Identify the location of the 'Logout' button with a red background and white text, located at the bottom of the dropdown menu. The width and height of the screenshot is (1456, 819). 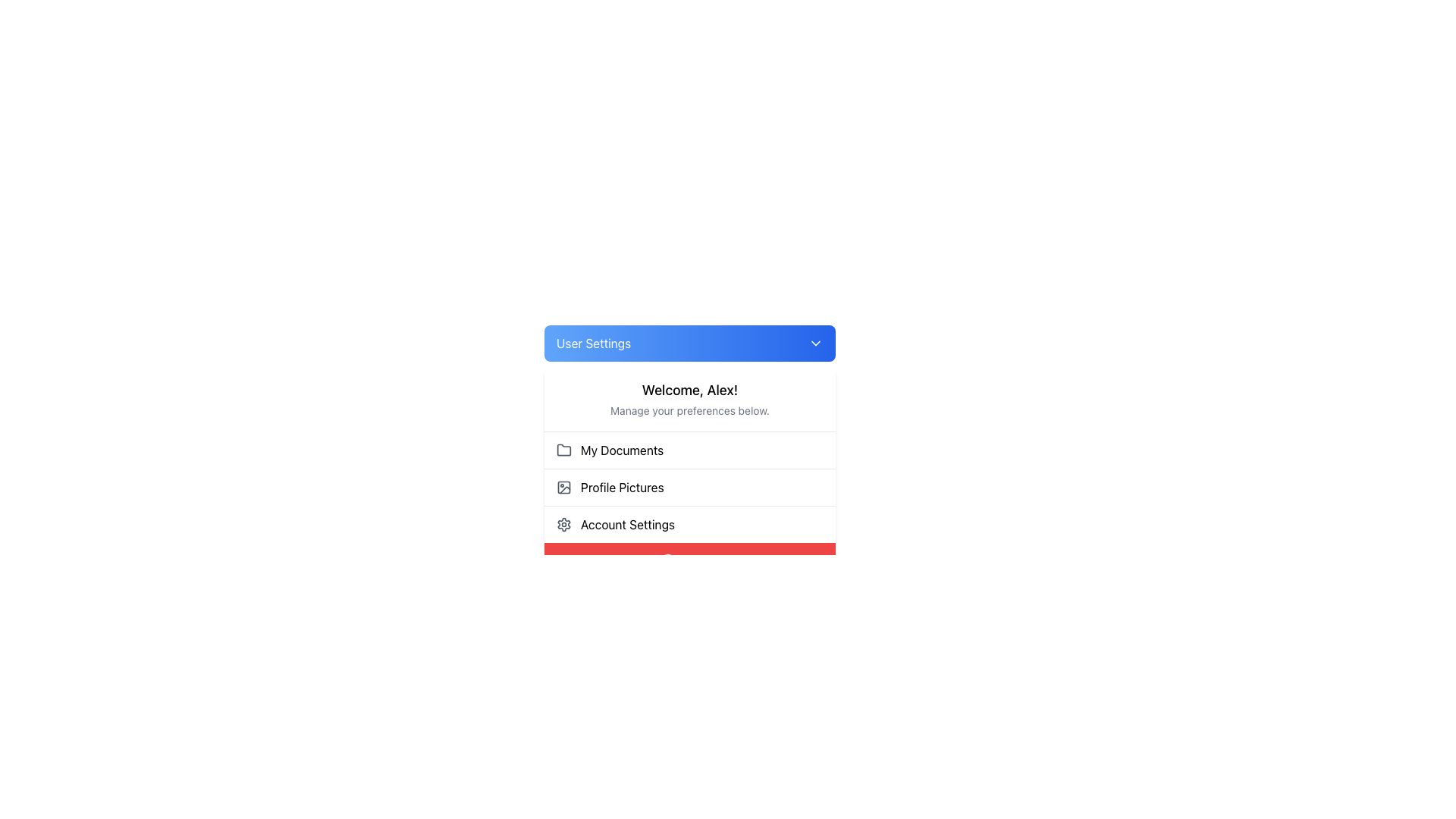
(689, 561).